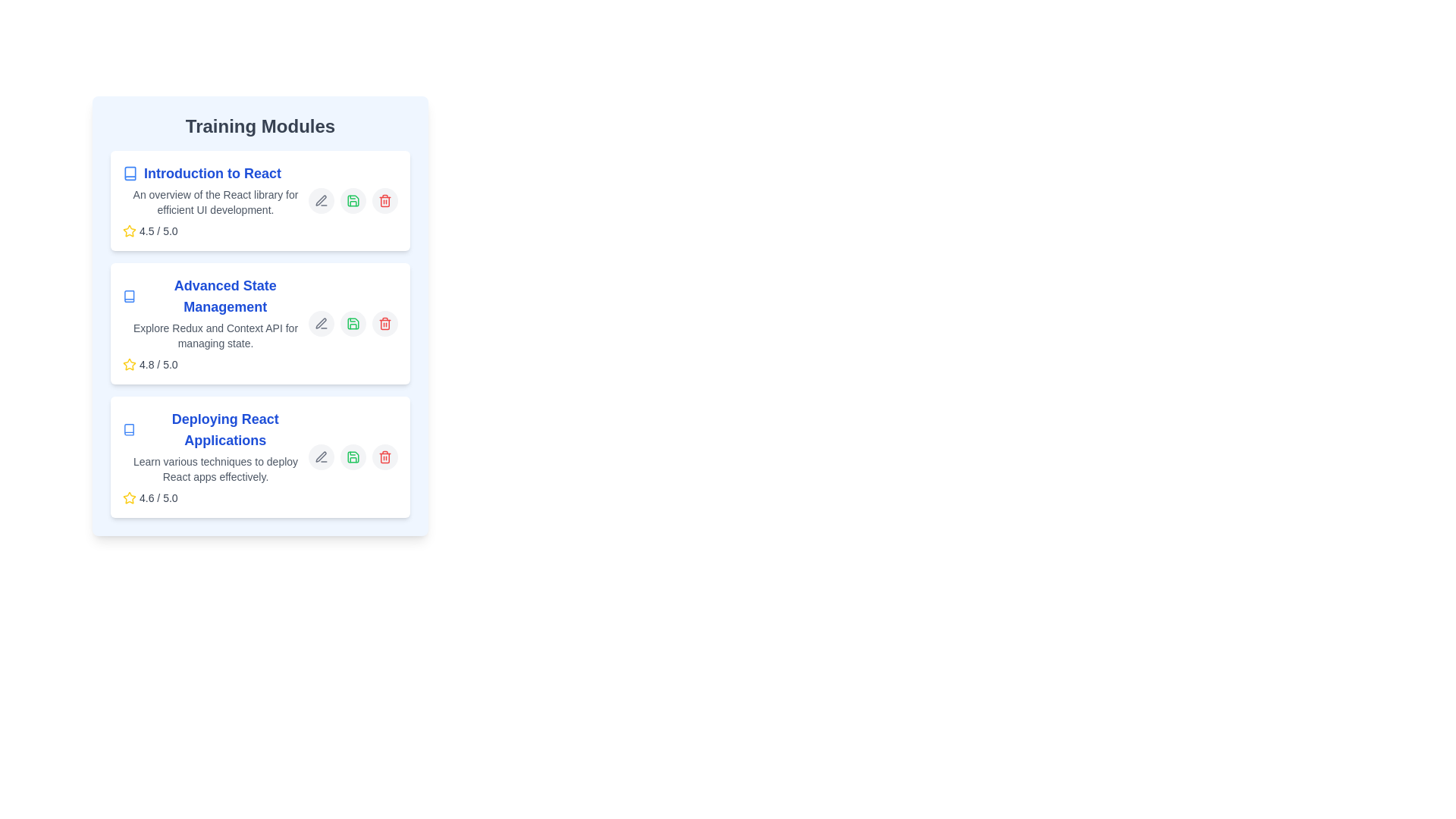  I want to click on the text block that describes 'Learn various techniques to deploy React apps effectively.' This text is styled in gray, smaller font and is positioned below the bold, blue title 'Deploying React Applications', so click(215, 468).